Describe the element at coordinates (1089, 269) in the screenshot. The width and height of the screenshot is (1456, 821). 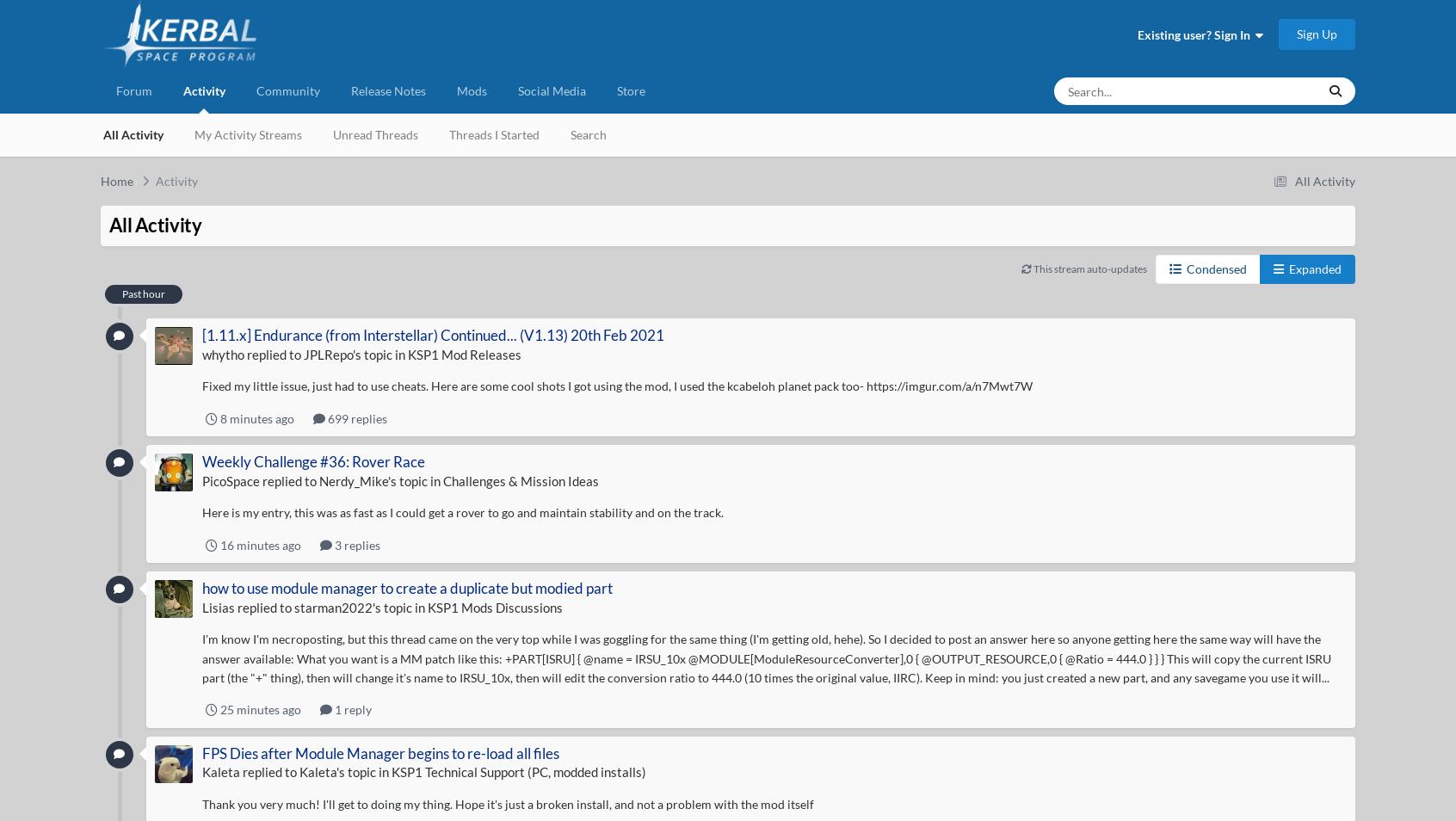
I see `'This stream auto-updates'` at that location.